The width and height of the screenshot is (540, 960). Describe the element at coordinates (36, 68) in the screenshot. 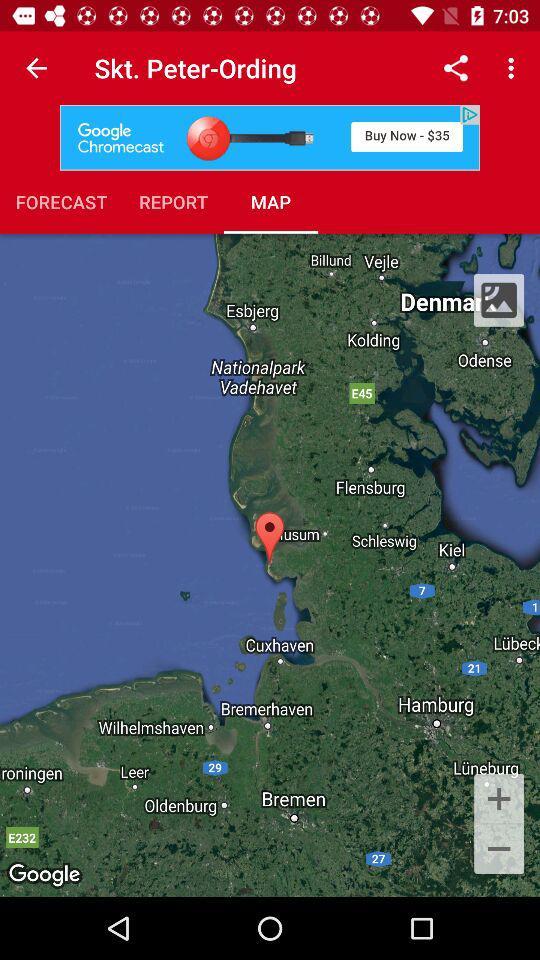

I see `item next to skt. peter-ording` at that location.